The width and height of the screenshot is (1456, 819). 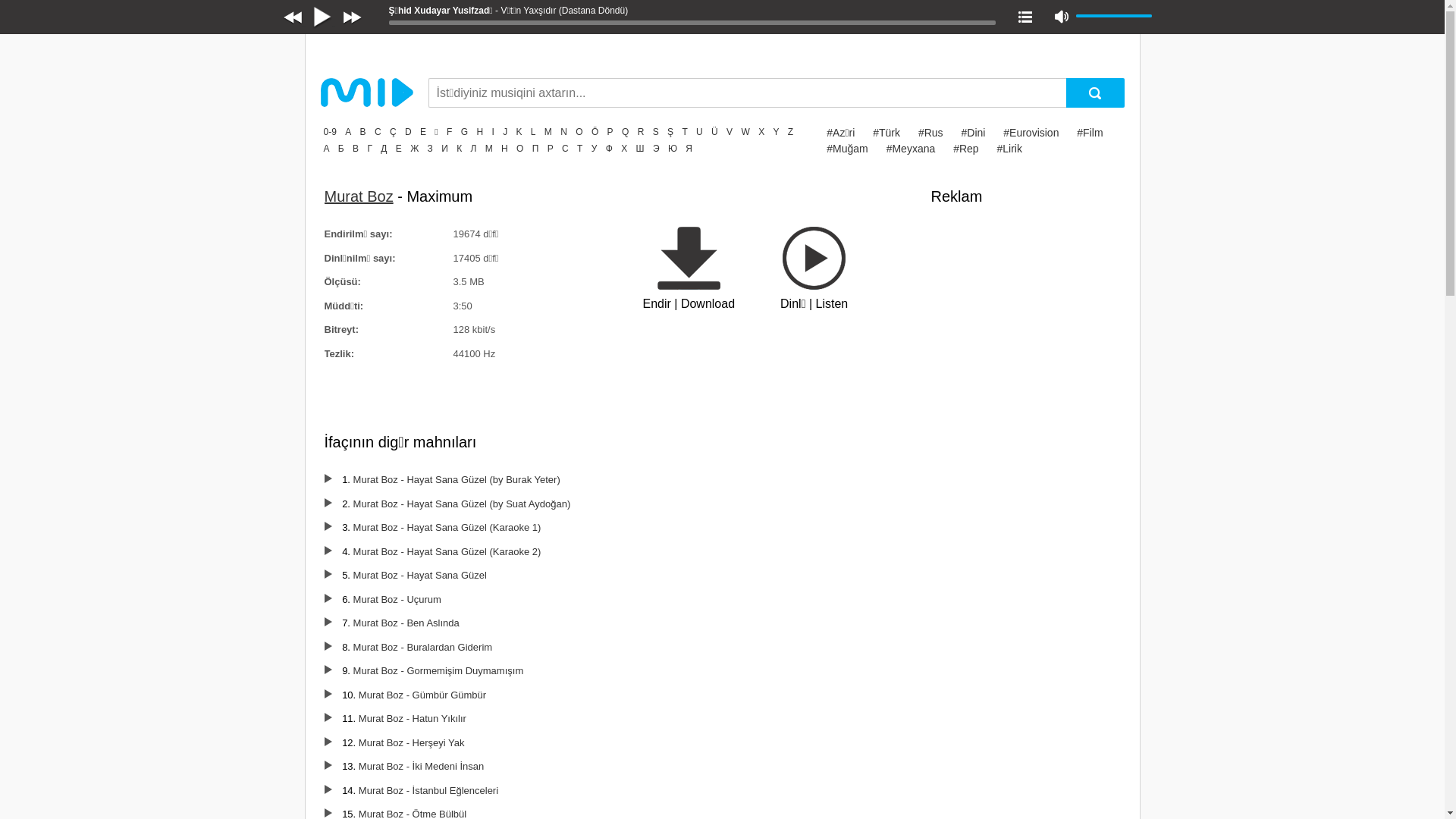 What do you see at coordinates (789, 130) in the screenshot?
I see `'Z'` at bounding box center [789, 130].